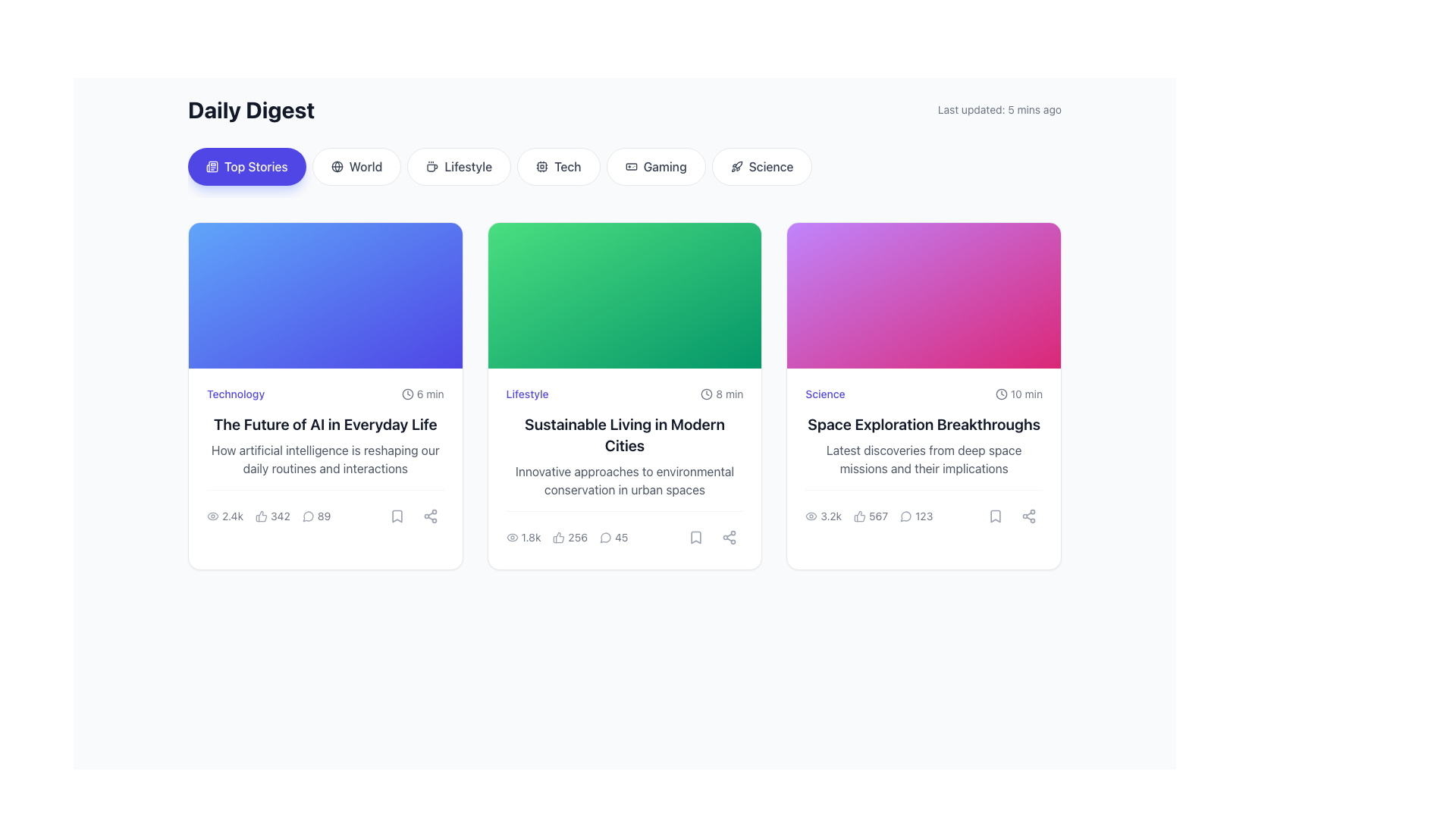 The height and width of the screenshot is (819, 1456). What do you see at coordinates (407, 394) in the screenshot?
I see `the small gray SVG clock icon located in the top-right corner of the card titled 'The Future of AI in Everyday Life'` at bounding box center [407, 394].